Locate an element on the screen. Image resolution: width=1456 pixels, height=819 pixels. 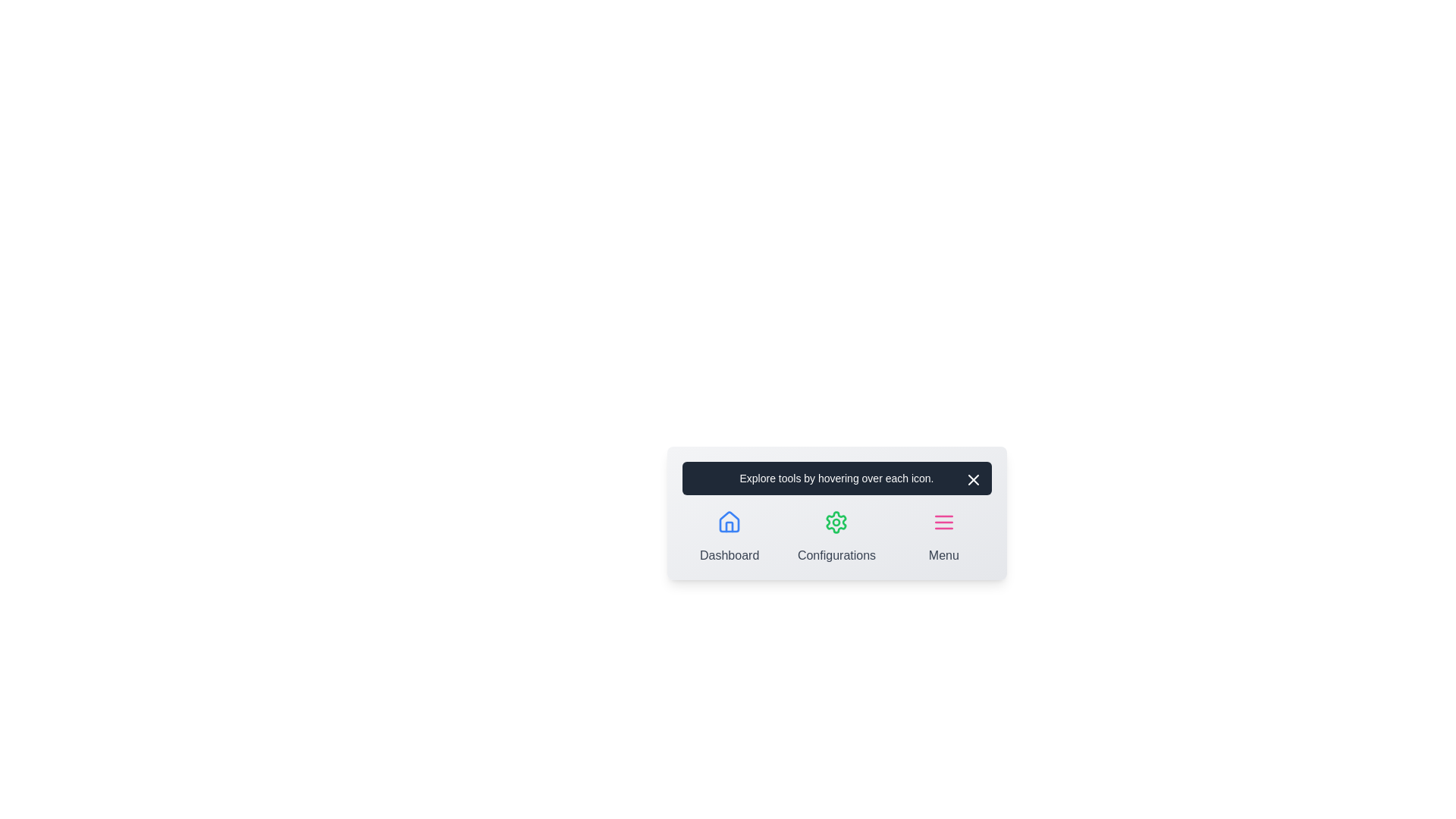
the 'Dashboard' text label, which is displayed in medium gray color and positioned below the house icon is located at coordinates (730, 555).